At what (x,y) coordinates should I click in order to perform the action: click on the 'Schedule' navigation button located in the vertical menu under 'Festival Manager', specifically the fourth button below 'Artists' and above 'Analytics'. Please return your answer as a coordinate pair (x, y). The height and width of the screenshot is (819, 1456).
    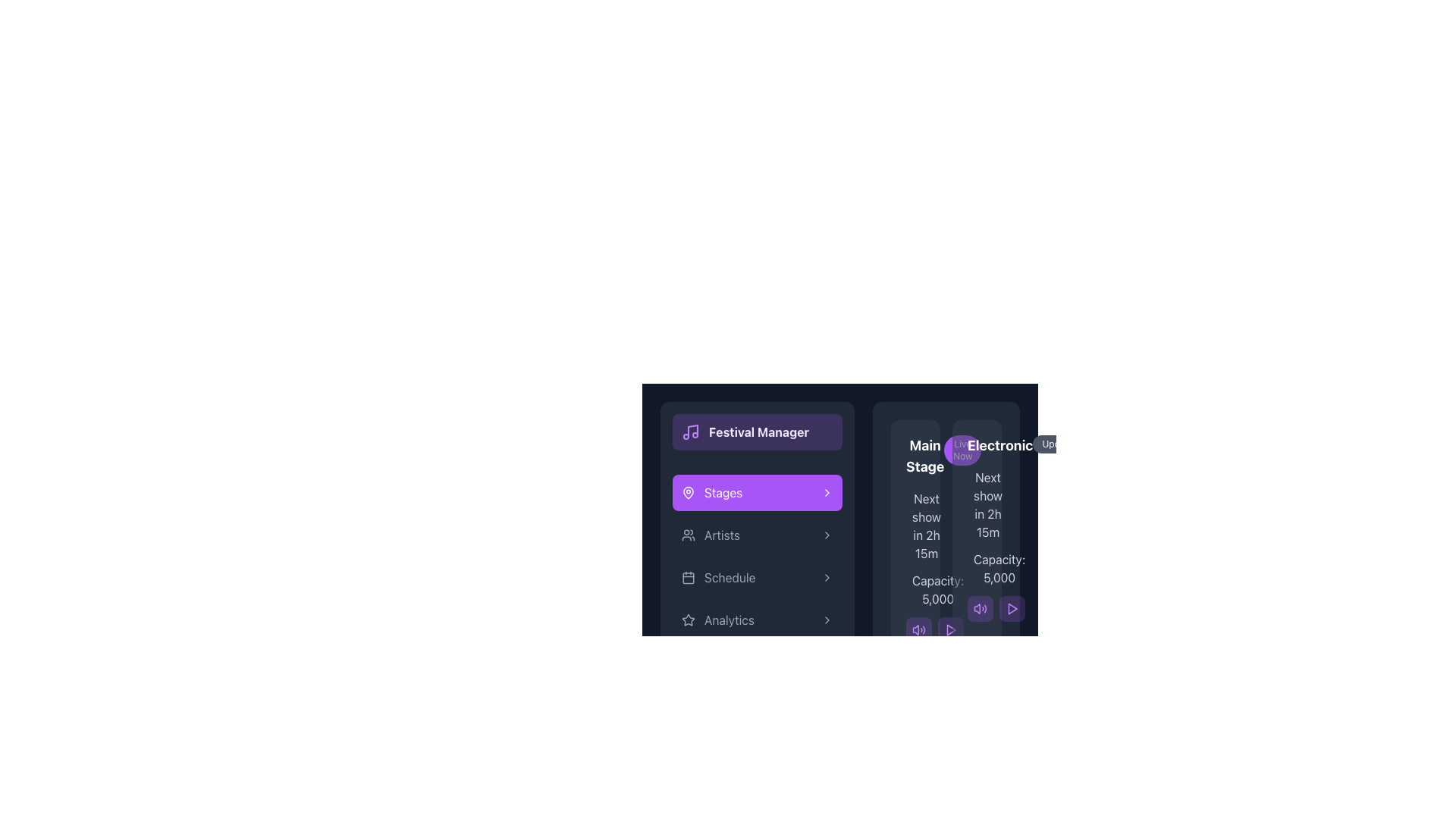
    Looking at the image, I should click on (757, 578).